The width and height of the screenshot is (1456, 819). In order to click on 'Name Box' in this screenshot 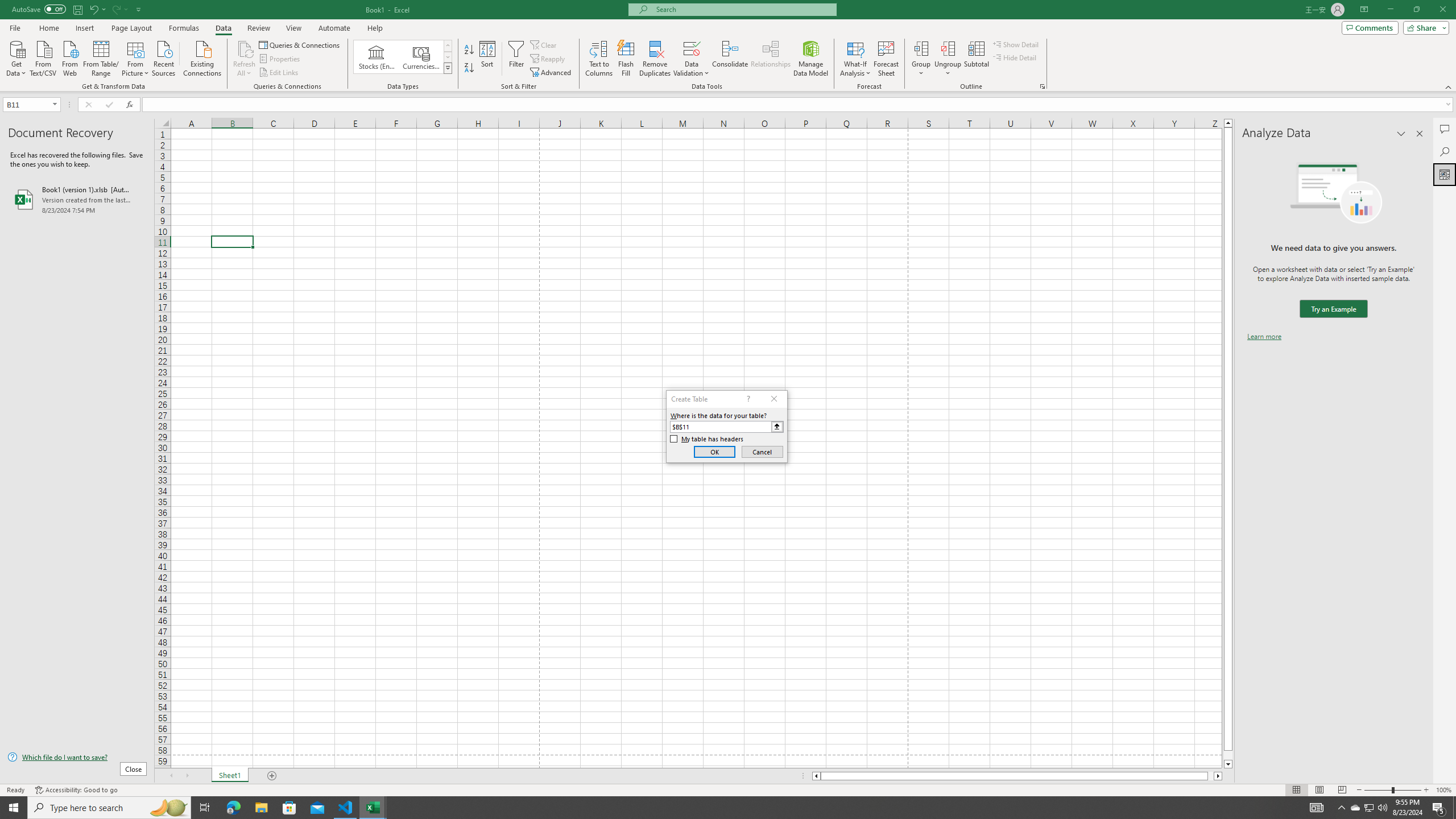, I will do `click(31, 104)`.